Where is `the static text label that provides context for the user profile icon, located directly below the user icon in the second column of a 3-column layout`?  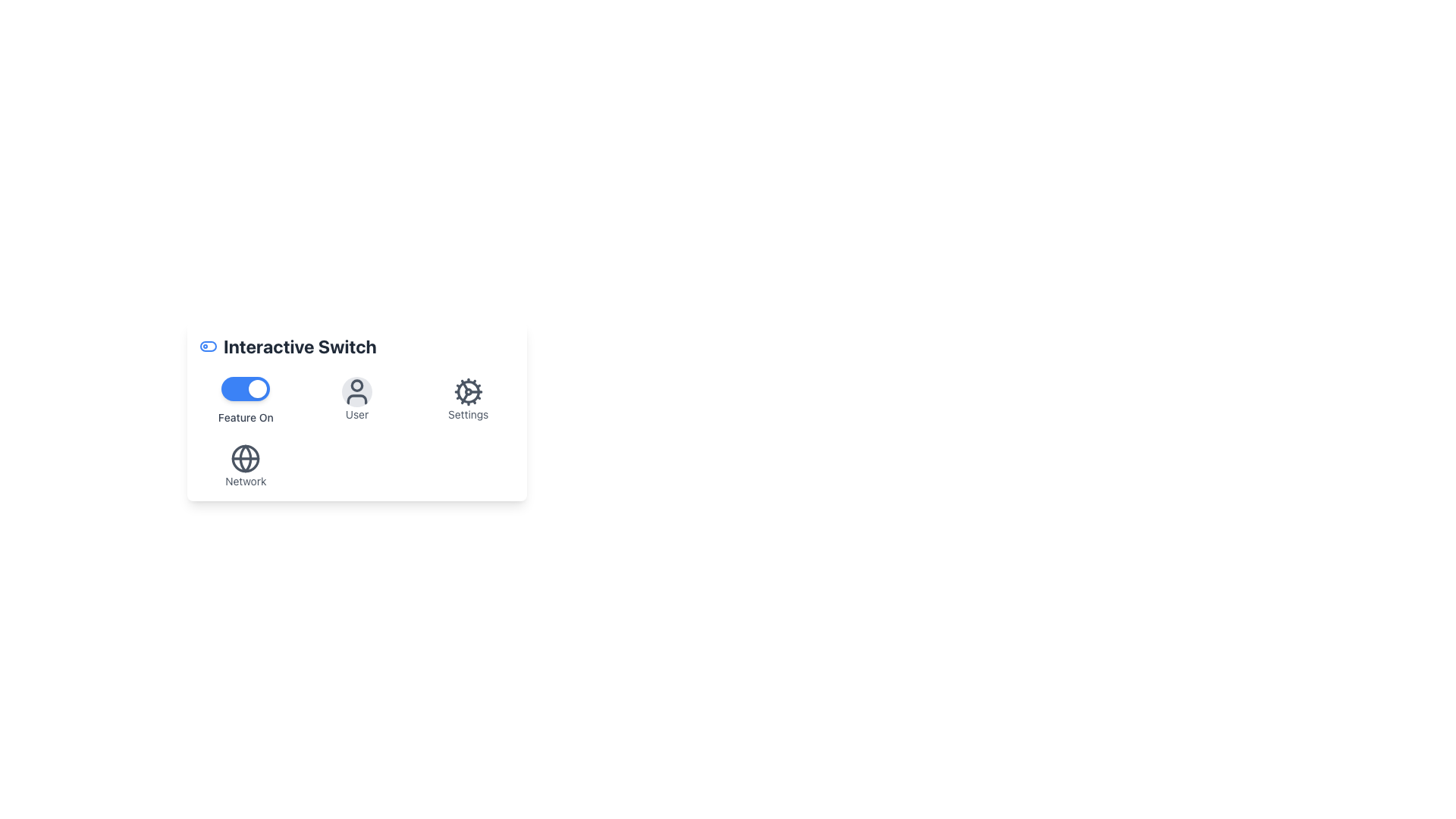
the static text label that provides context for the user profile icon, located directly below the user icon in the second column of a 3-column layout is located at coordinates (356, 415).